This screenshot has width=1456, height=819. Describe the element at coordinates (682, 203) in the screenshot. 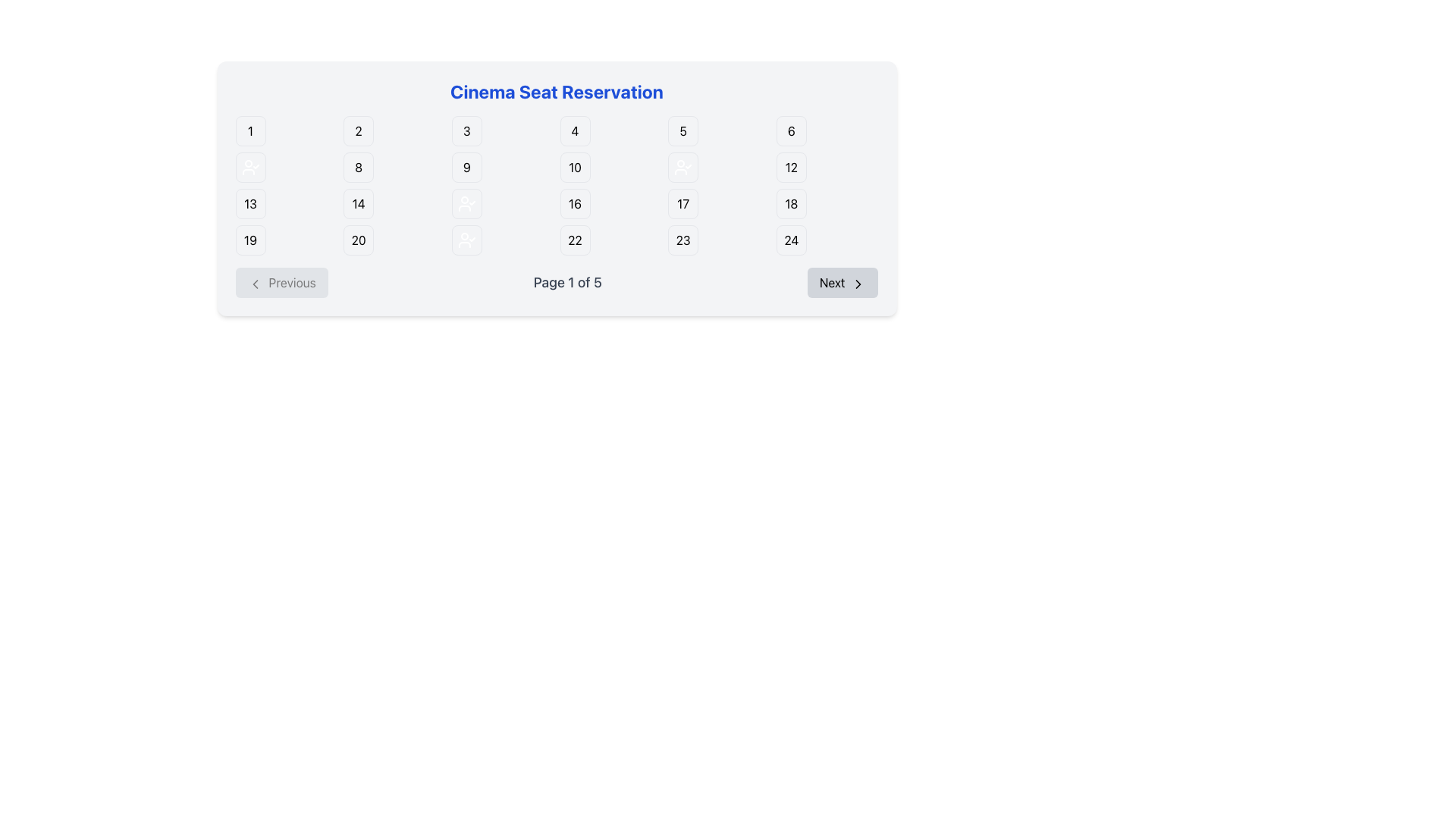

I see `the square button with rounded borders displaying the text '17', which is located in the third row, fourth column of the grid layout` at that location.